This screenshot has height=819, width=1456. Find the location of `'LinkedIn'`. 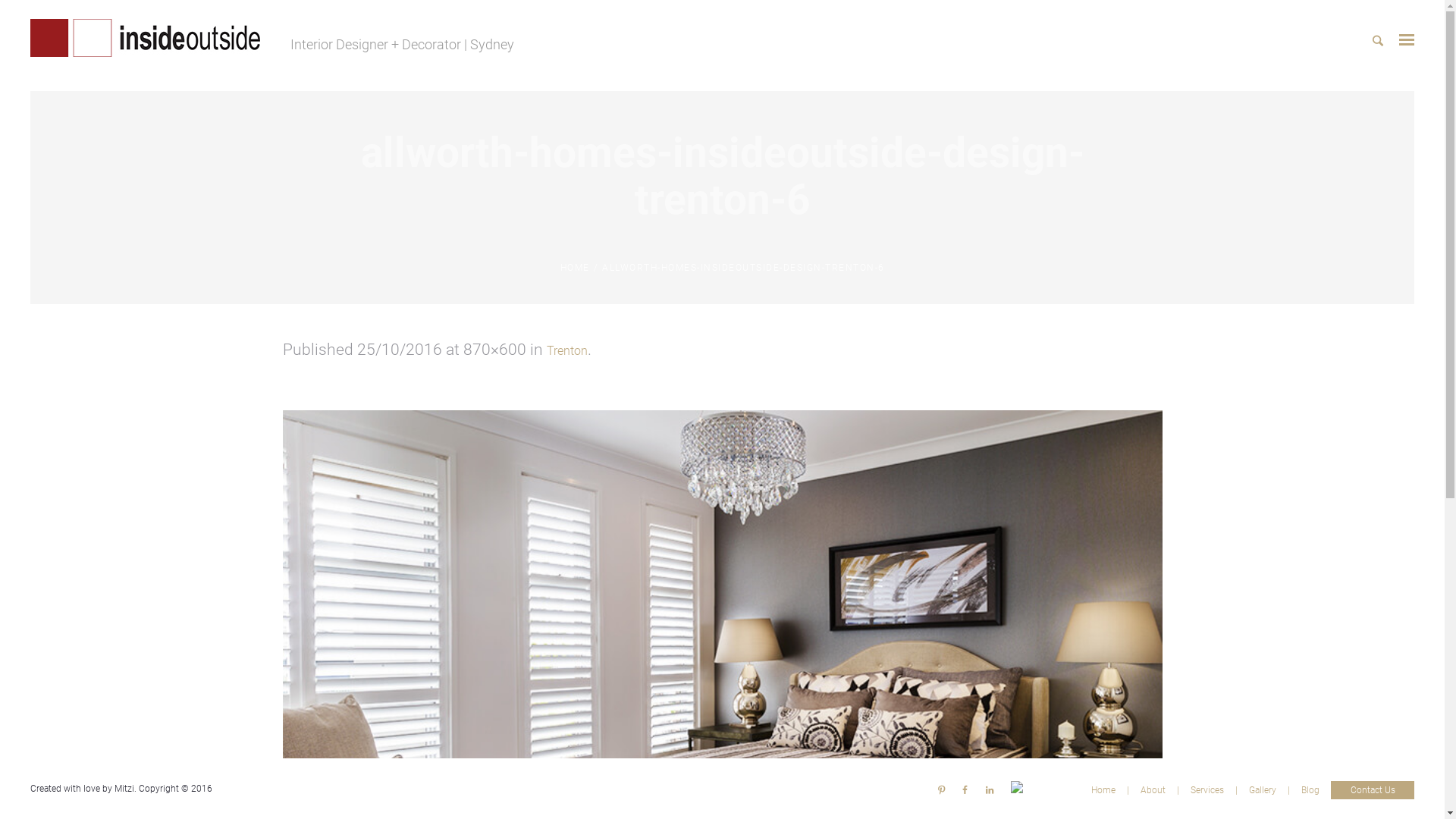

'LinkedIn' is located at coordinates (989, 789).